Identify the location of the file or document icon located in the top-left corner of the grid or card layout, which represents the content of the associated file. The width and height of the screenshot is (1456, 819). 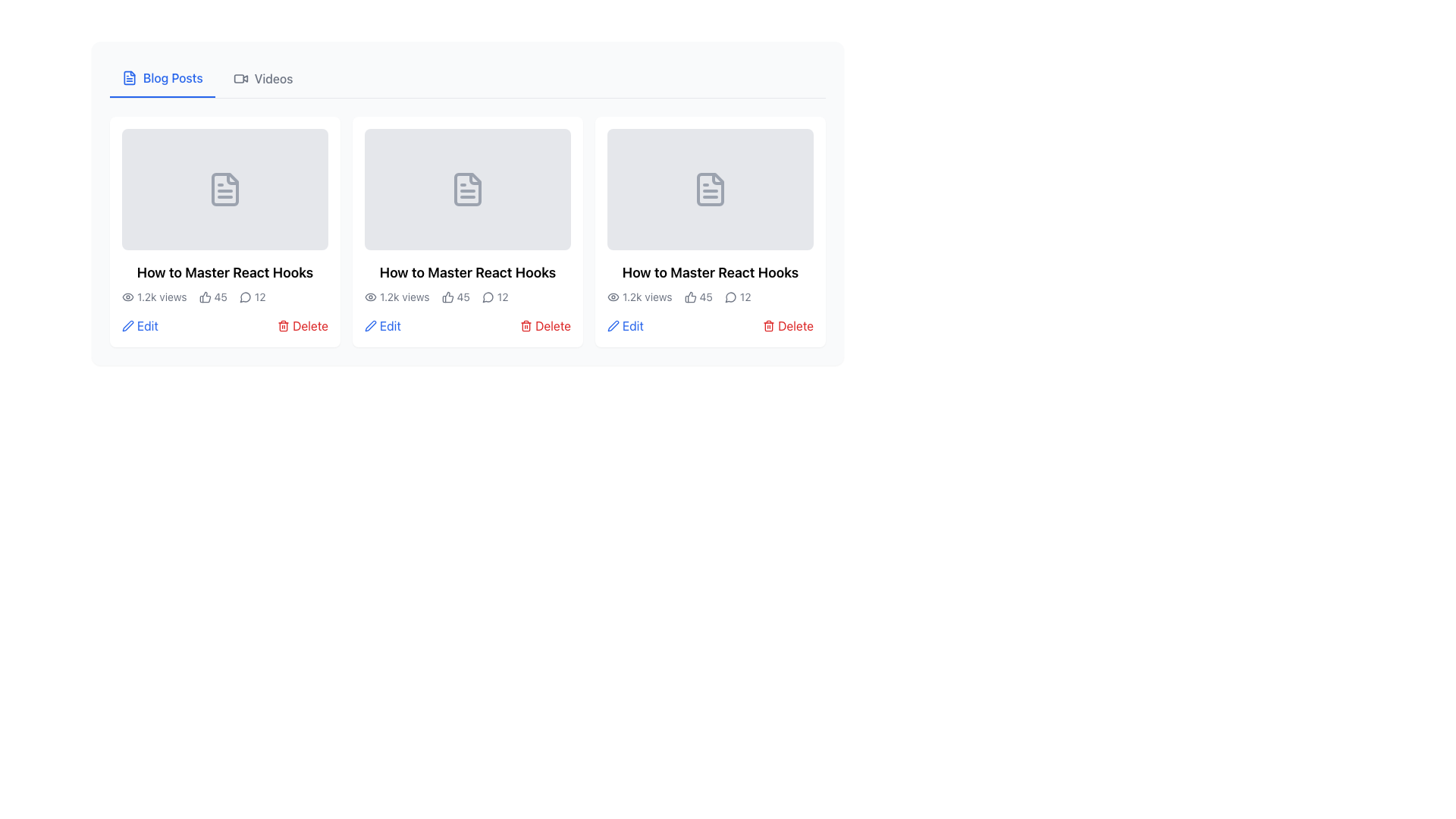
(224, 189).